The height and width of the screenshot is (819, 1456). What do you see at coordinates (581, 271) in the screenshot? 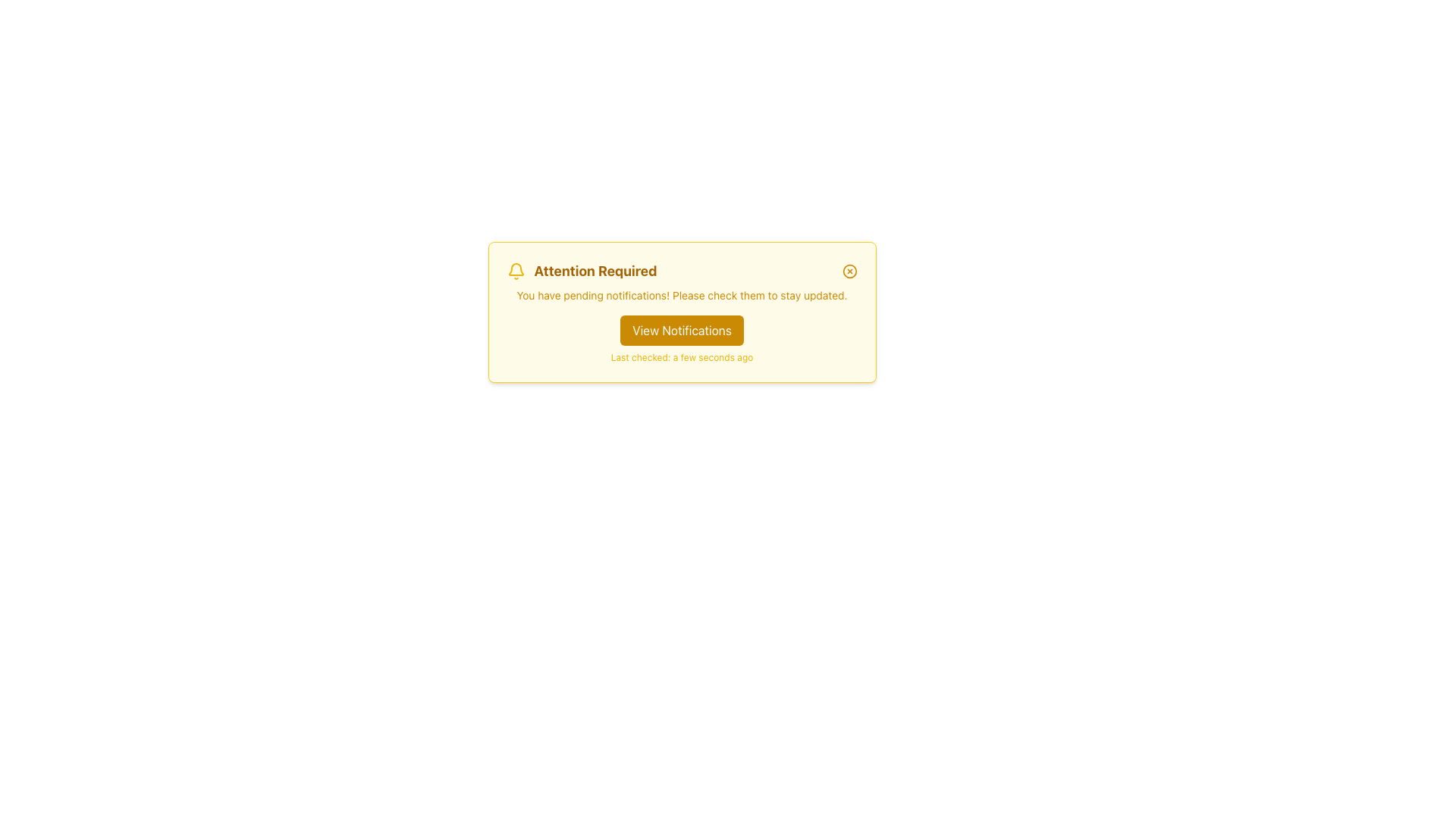
I see `displayed message from the text label with an accompanying icon located at the top-left corner of the alert box` at bounding box center [581, 271].